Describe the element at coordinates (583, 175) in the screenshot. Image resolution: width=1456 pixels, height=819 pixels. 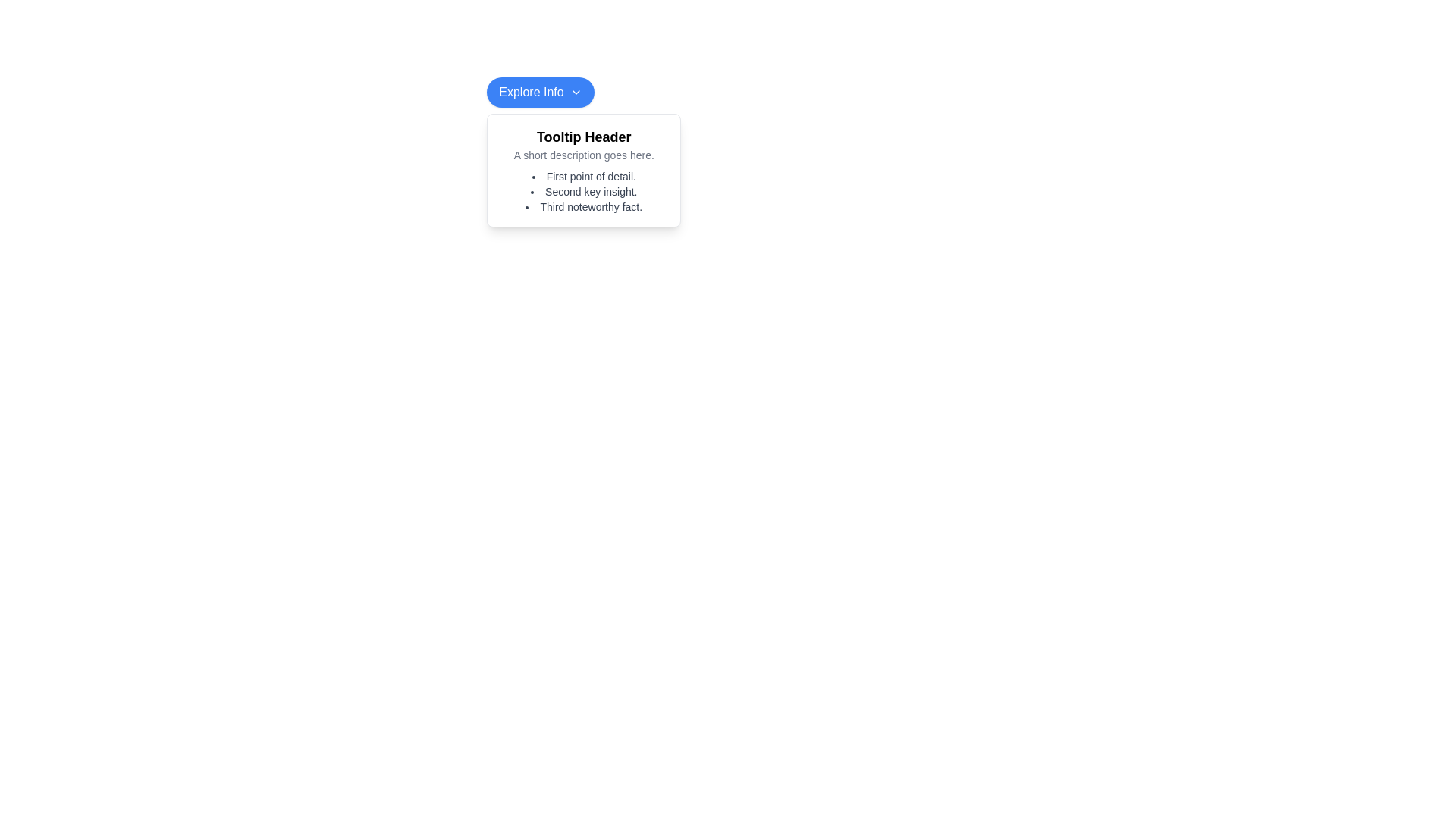
I see `the first list item in the tooltip, which contains the text 'First point of detail.'` at that location.